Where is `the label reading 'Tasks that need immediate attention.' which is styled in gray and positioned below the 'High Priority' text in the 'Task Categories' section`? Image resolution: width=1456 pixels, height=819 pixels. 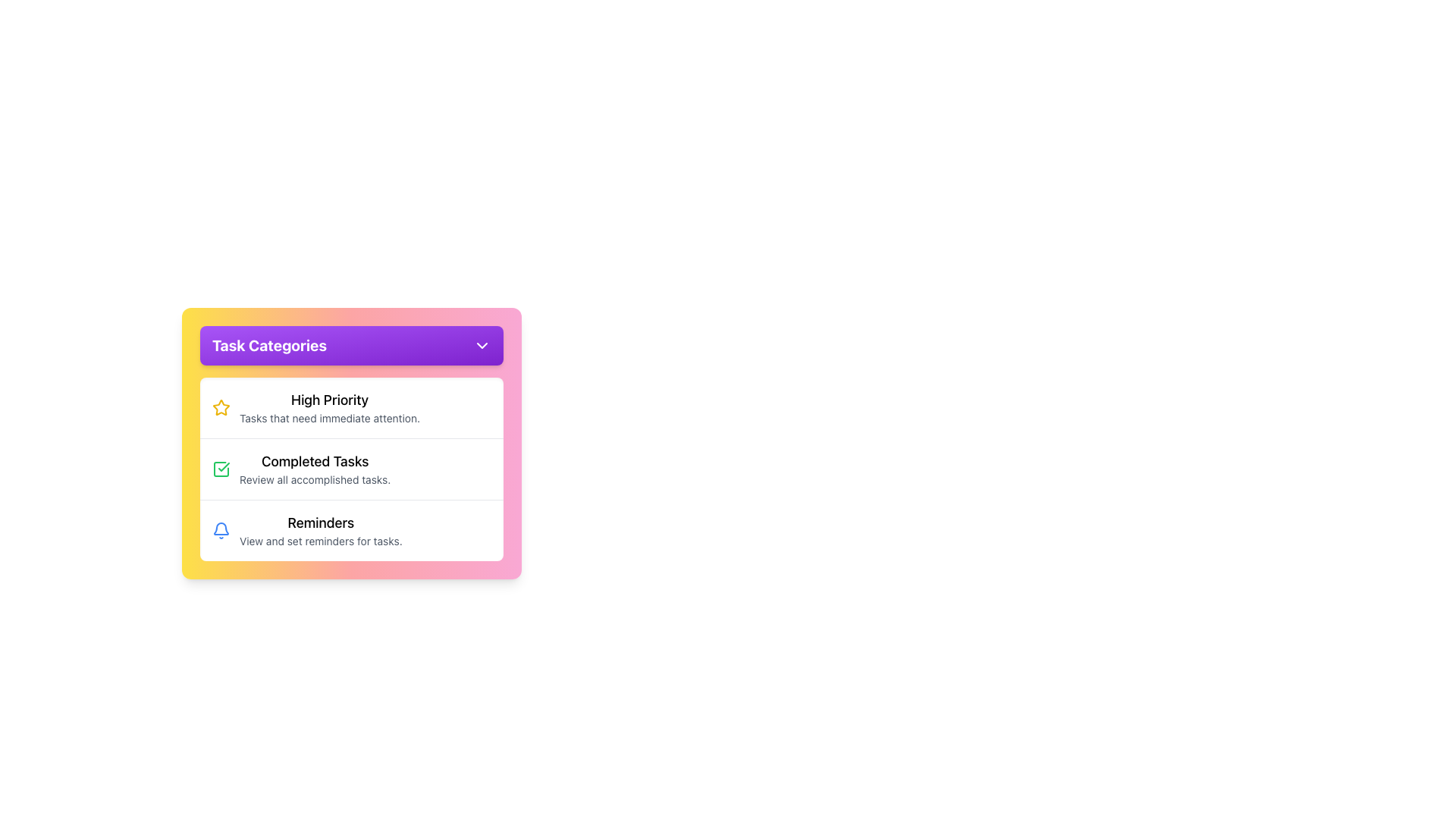 the label reading 'Tasks that need immediate attention.' which is styled in gray and positioned below the 'High Priority' text in the 'Task Categories' section is located at coordinates (329, 418).